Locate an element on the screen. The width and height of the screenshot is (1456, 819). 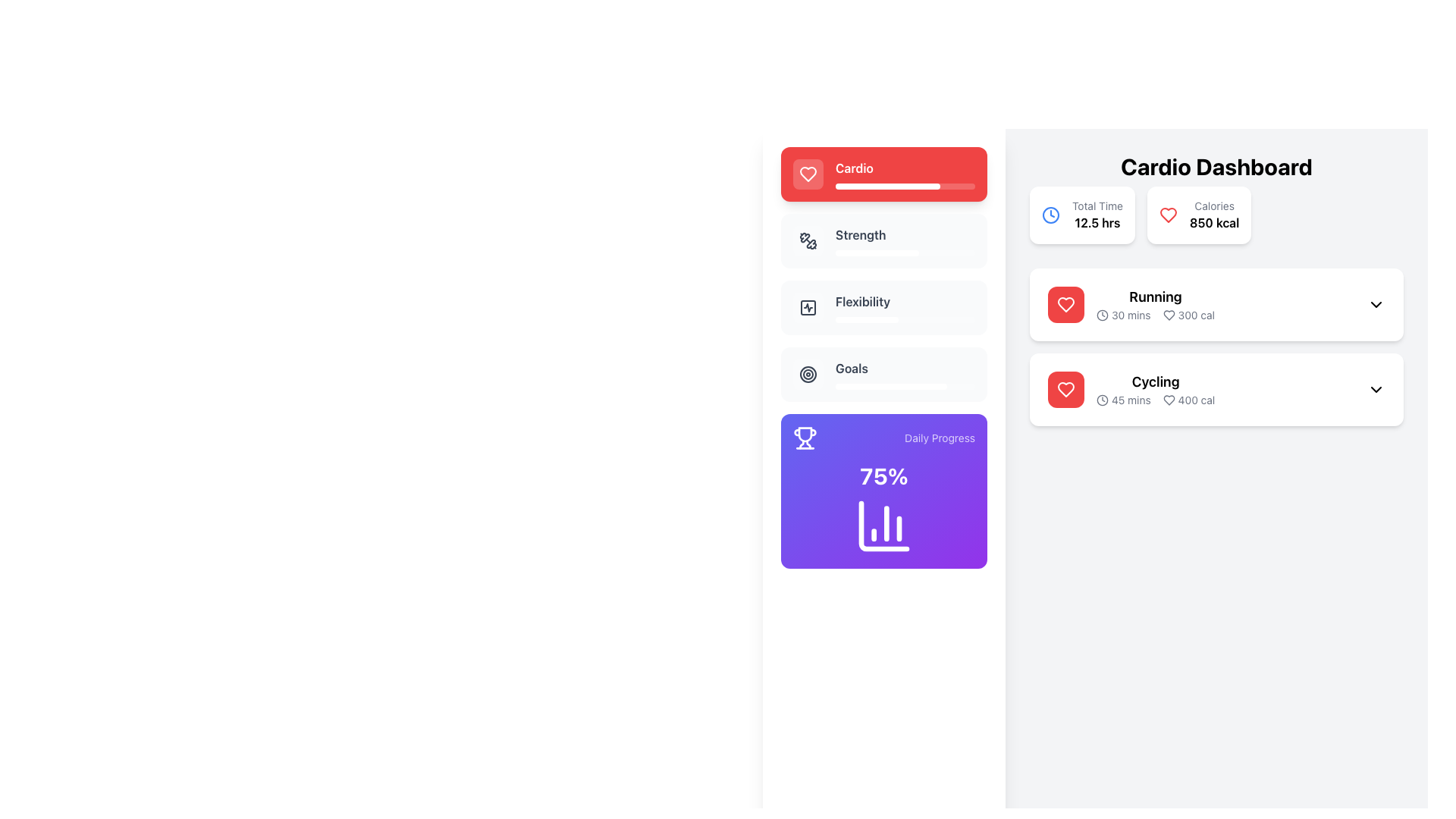
total time displayed in the cardio activities section of the dashboard, which is the second text display following 'Total Time' is located at coordinates (1097, 222).